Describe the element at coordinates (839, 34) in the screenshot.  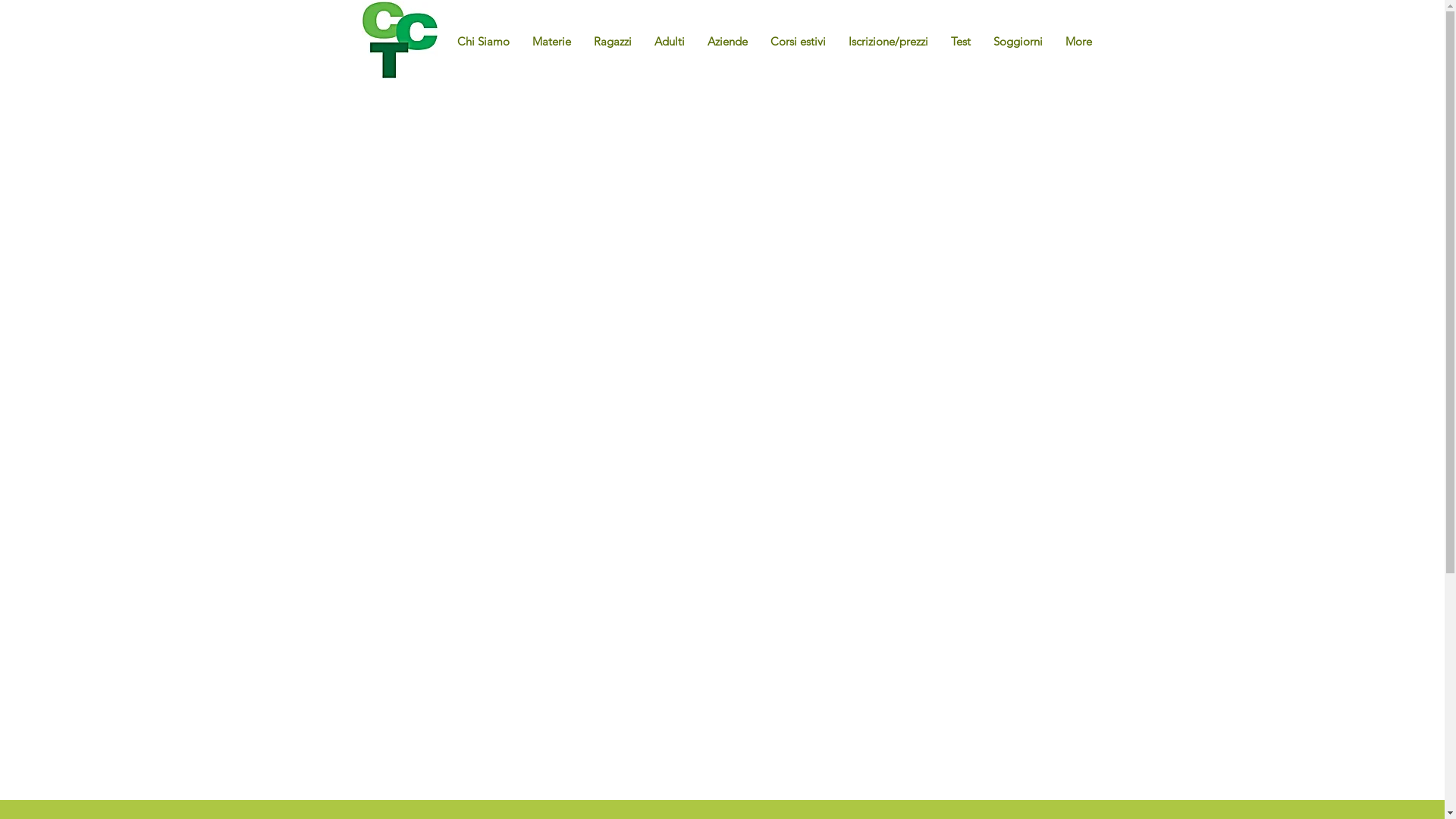
I see `'Iscrizione/prezzi'` at that location.